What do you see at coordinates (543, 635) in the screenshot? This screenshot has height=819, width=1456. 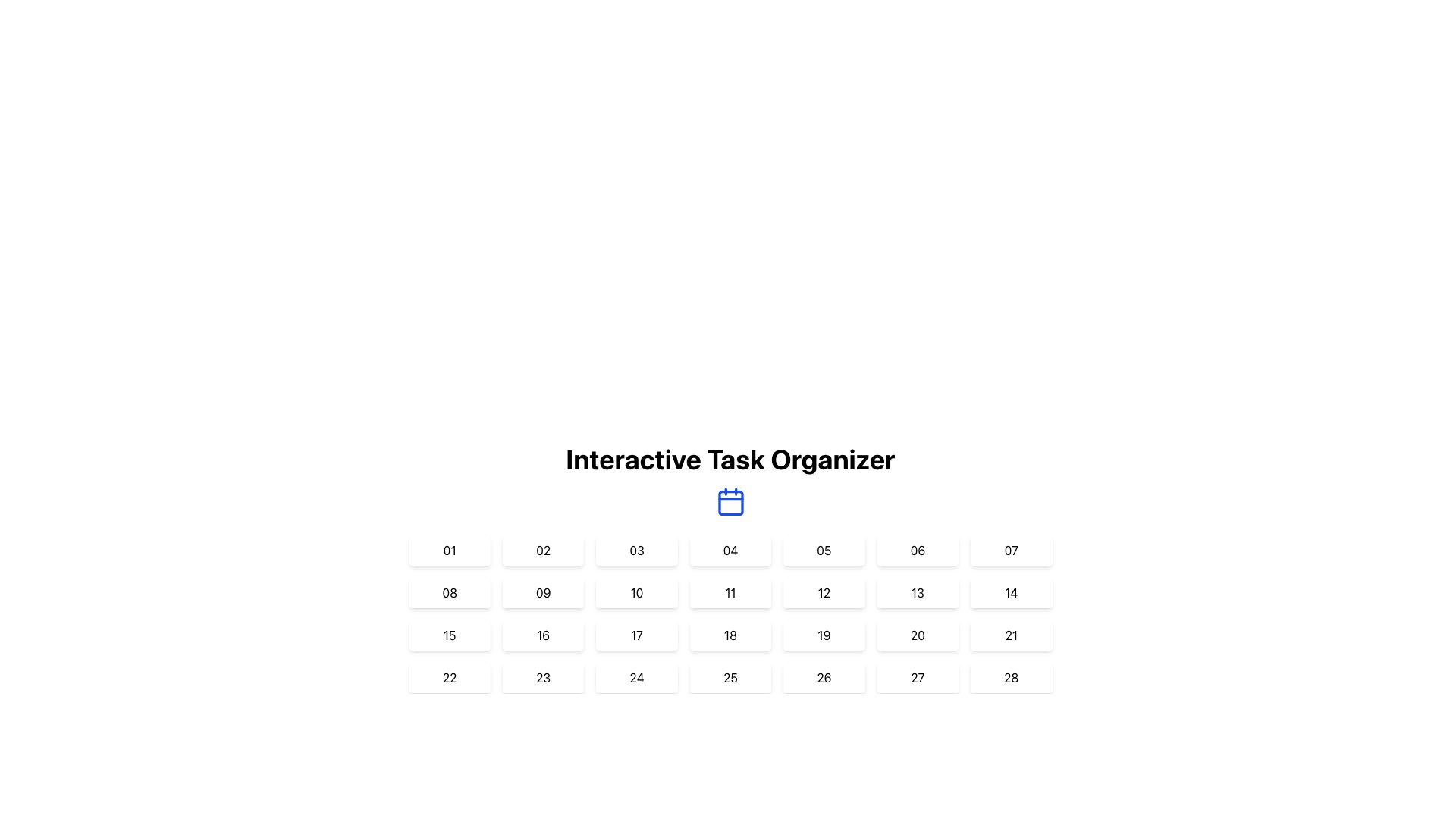 I see `the button representing the value '16' in the calendar grid` at bounding box center [543, 635].